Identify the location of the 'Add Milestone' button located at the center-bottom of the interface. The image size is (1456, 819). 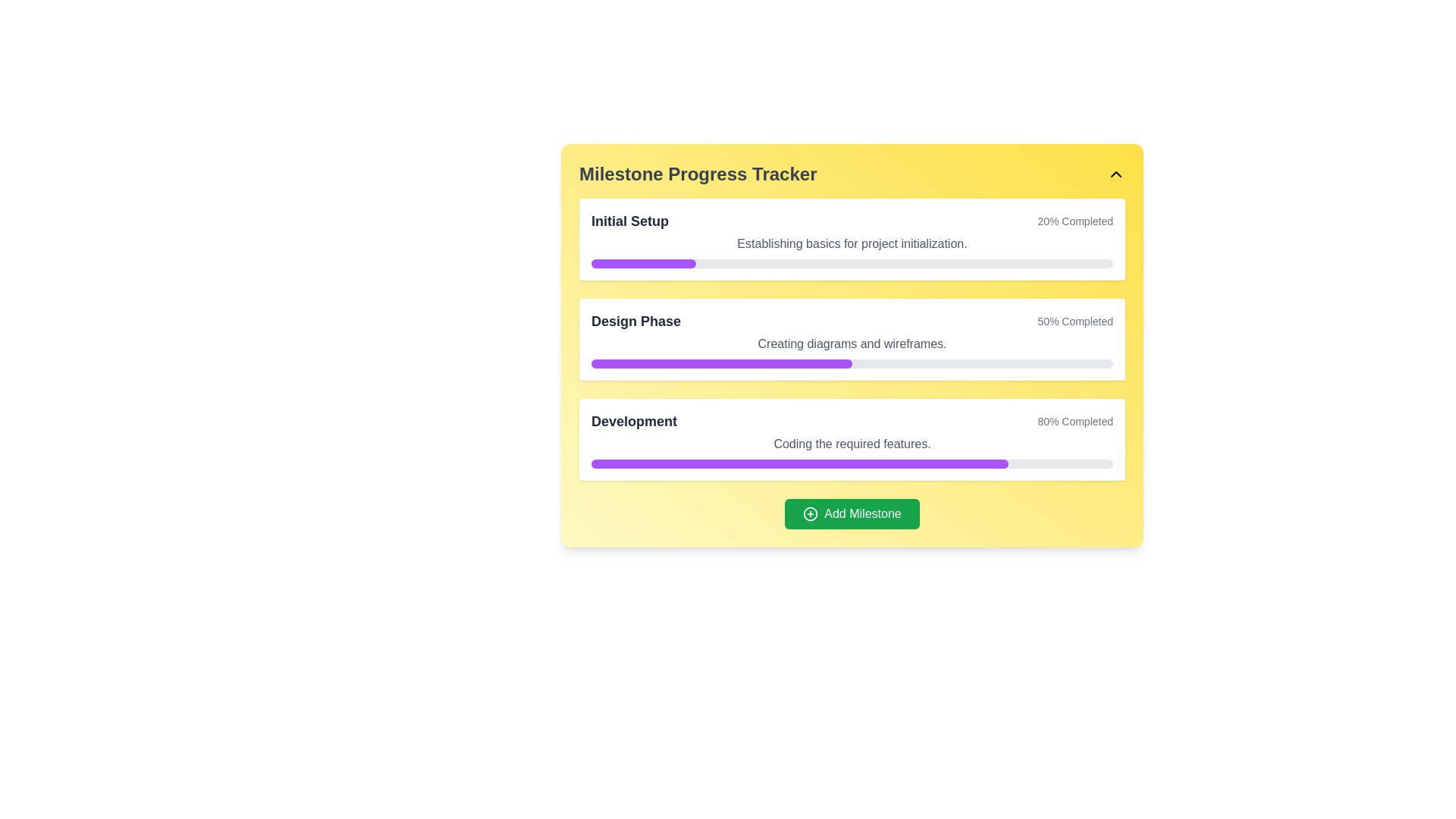
(852, 513).